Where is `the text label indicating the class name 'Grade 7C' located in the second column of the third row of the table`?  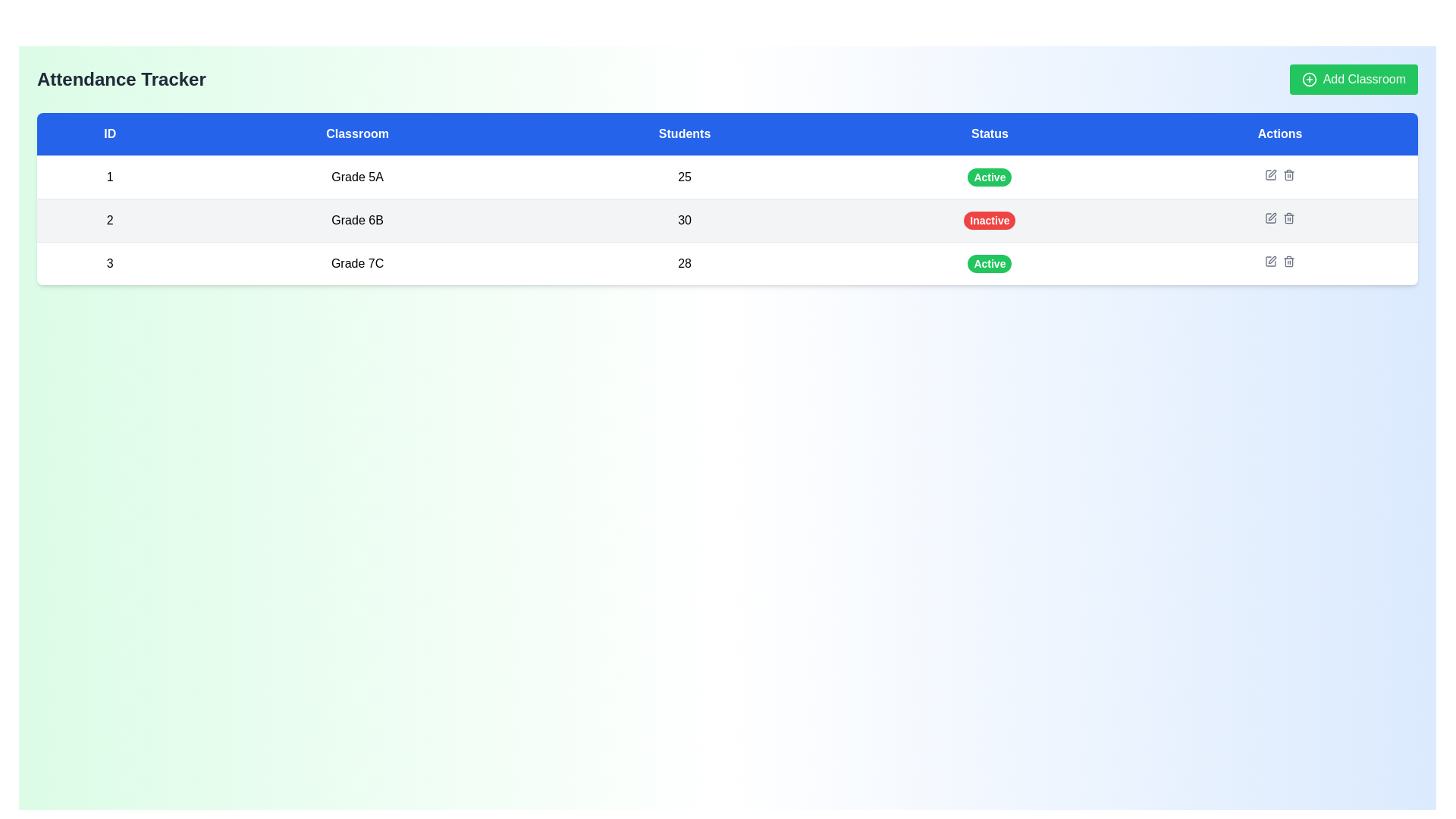
the text label indicating the class name 'Grade 7C' located in the second column of the third row of the table is located at coordinates (356, 262).